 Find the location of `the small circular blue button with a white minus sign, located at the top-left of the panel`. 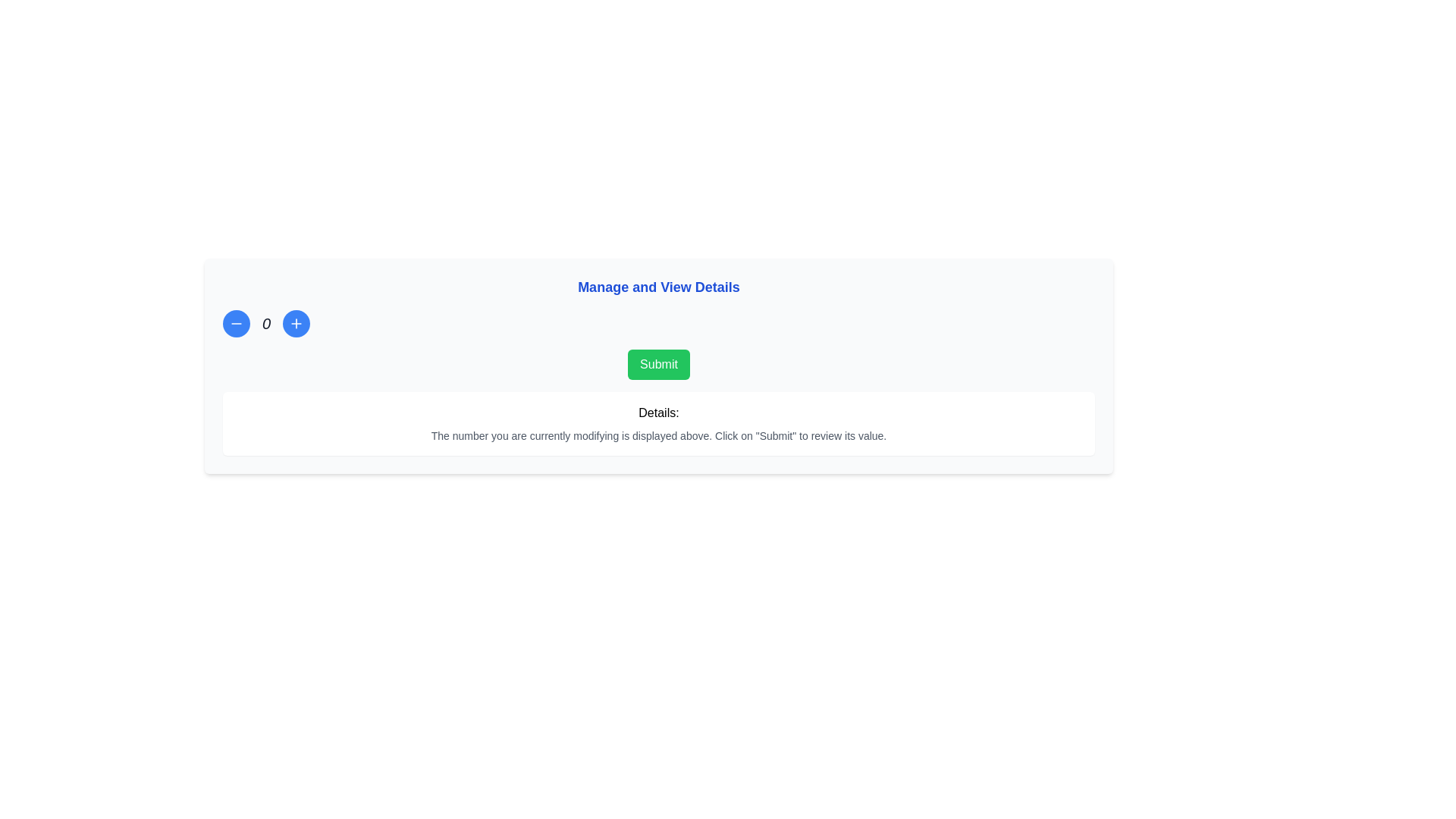

the small circular blue button with a white minus sign, located at the top-left of the panel is located at coordinates (236, 323).